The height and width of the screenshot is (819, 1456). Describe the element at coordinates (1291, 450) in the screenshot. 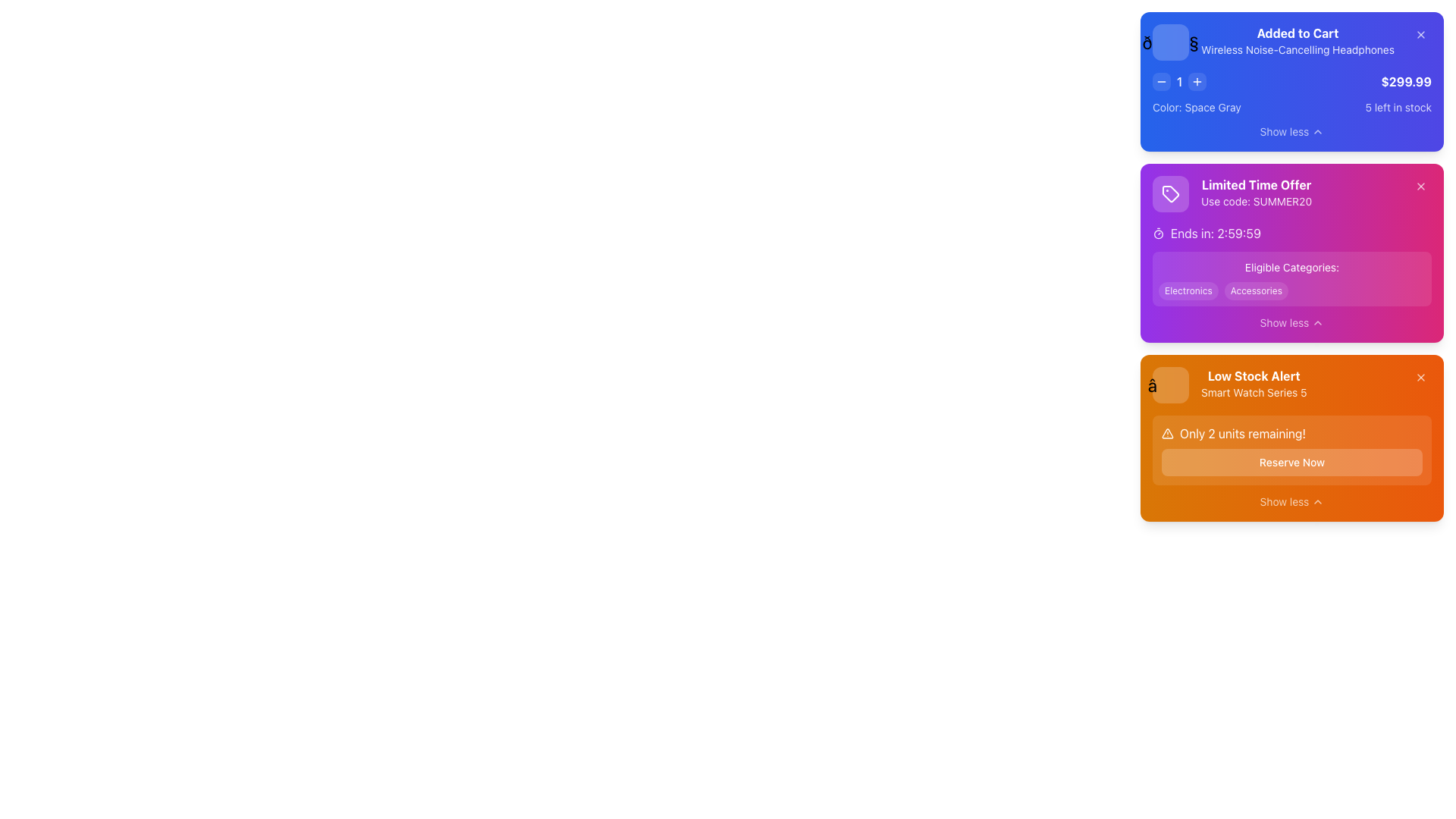

I see `the 'Reserve Now' button in the 'Low Stock Alert' section, which is styled with a light orange background and white text, to change its style` at that location.